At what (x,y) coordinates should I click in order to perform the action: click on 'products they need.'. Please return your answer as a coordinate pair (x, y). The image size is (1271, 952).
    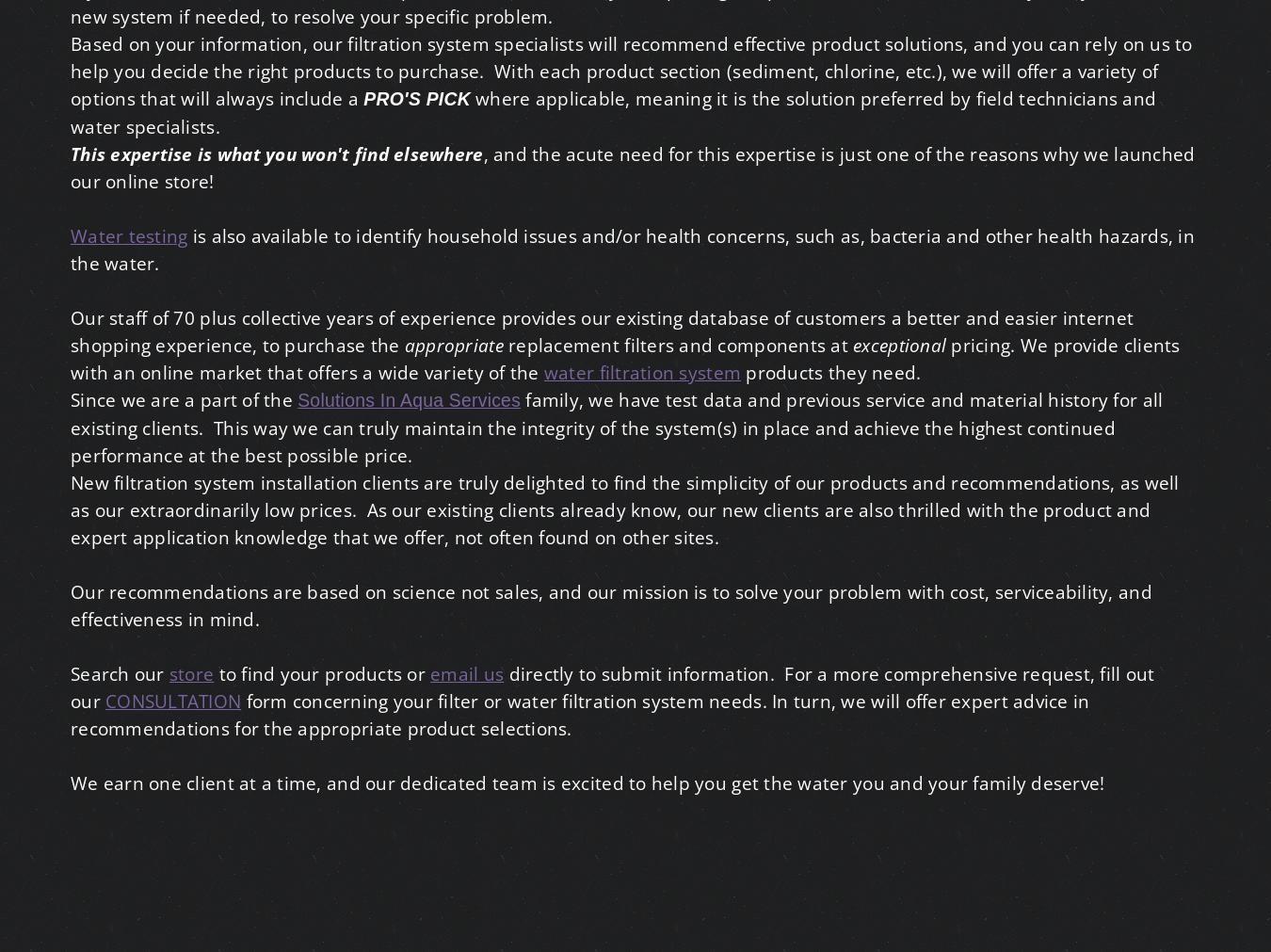
    Looking at the image, I should click on (830, 371).